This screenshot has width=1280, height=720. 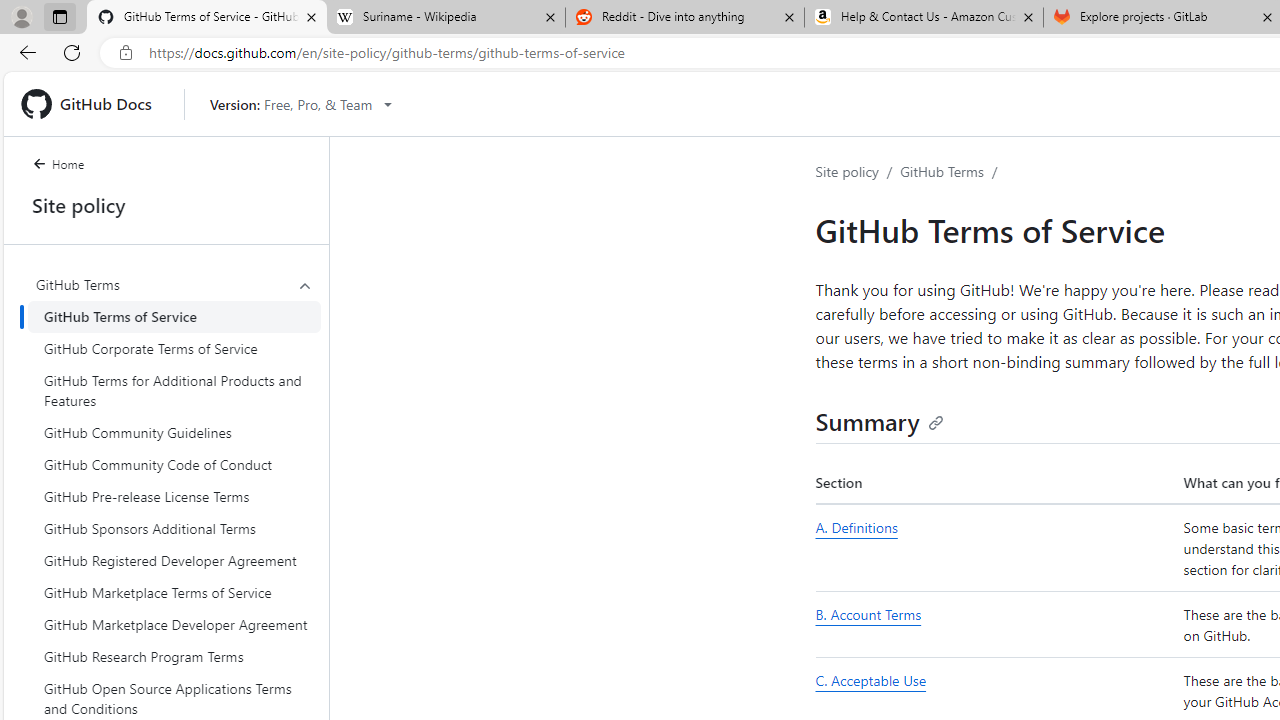 I want to click on 'Suriname - Wikipedia', so click(x=444, y=17).